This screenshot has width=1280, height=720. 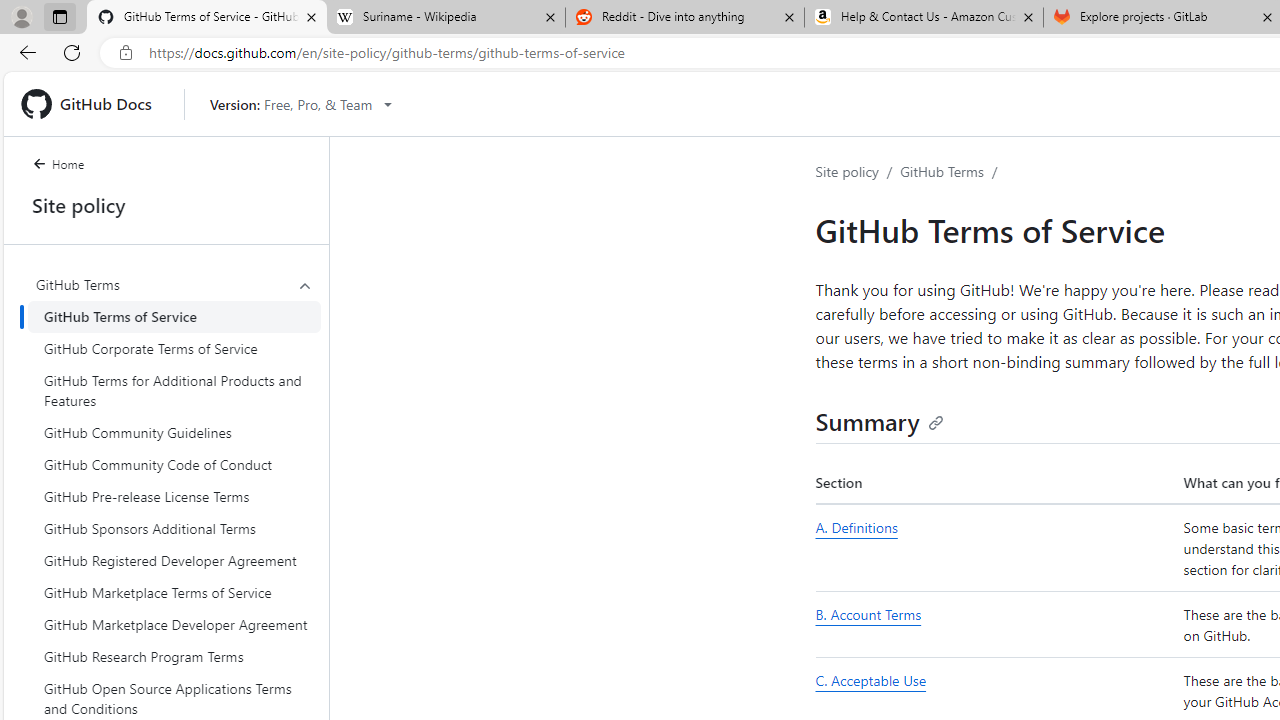 I want to click on 'Suriname - Wikipedia', so click(x=444, y=17).